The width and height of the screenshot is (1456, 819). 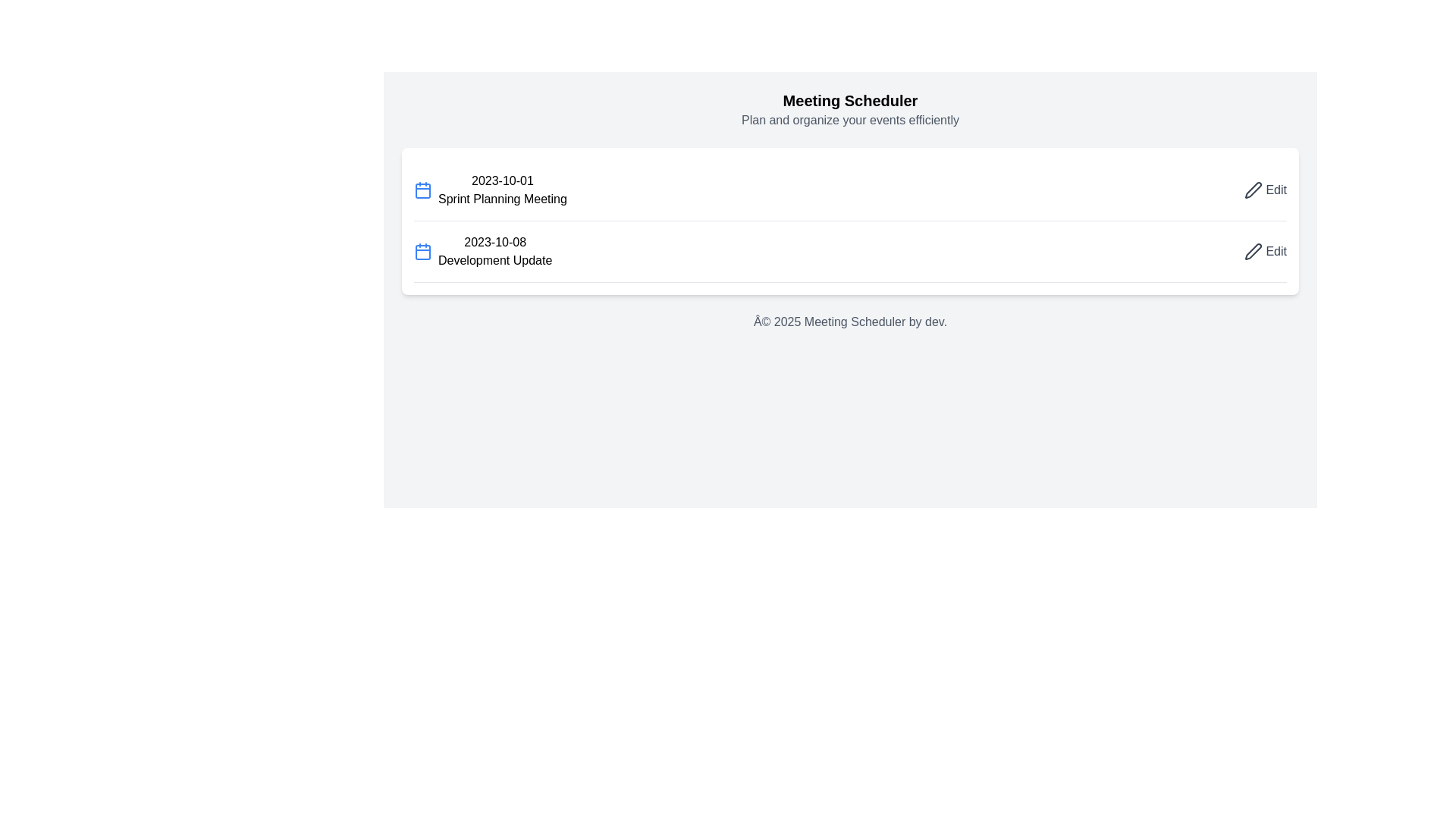 What do you see at coordinates (1254, 189) in the screenshot?
I see `the editing icon located to the right of the first meeting entry row, adjacent to the 'Edit' label` at bounding box center [1254, 189].